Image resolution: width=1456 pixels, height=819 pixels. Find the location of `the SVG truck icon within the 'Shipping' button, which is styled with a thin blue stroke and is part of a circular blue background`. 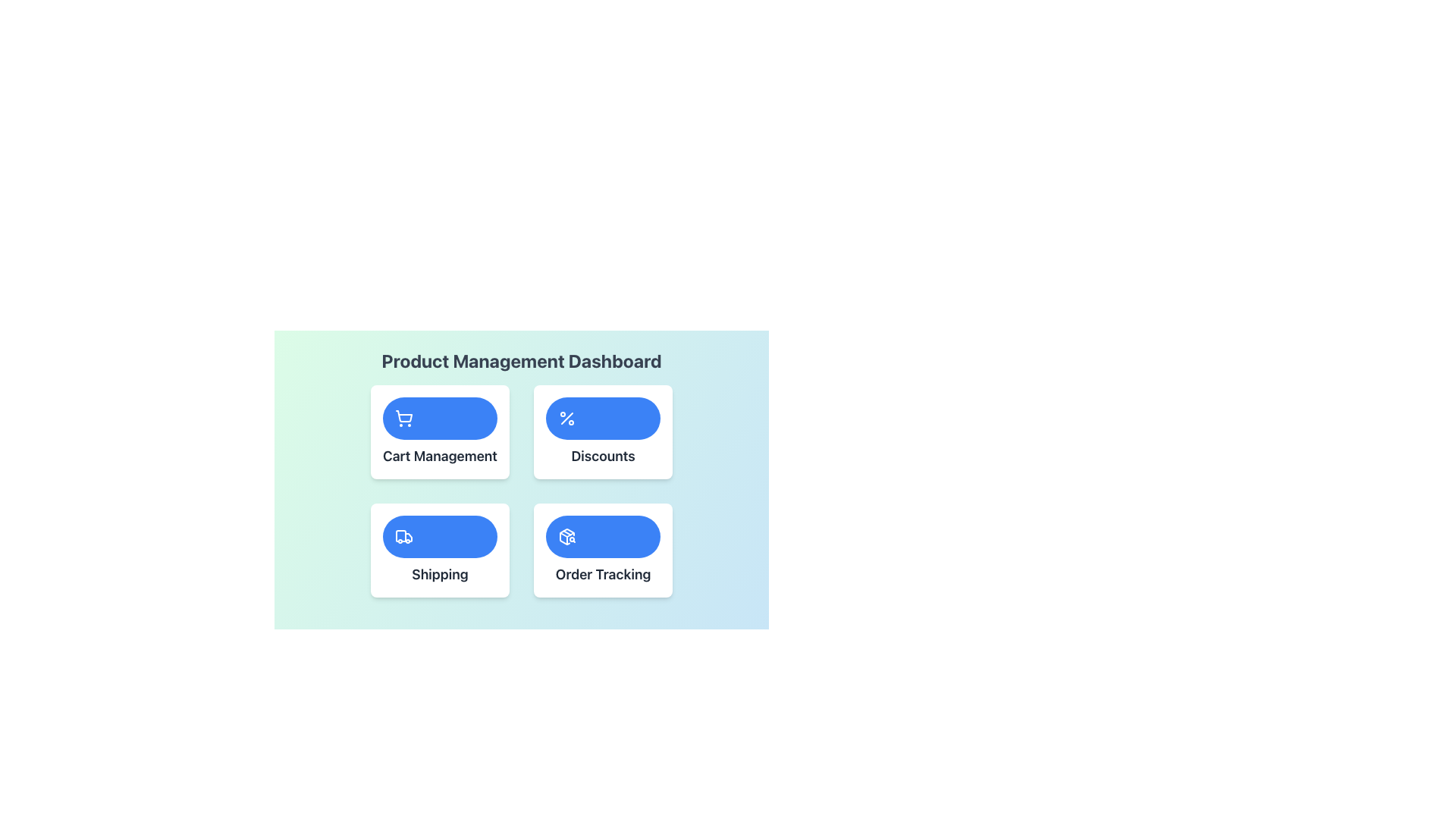

the SVG truck icon within the 'Shipping' button, which is styled with a thin blue stroke and is part of a circular blue background is located at coordinates (403, 536).